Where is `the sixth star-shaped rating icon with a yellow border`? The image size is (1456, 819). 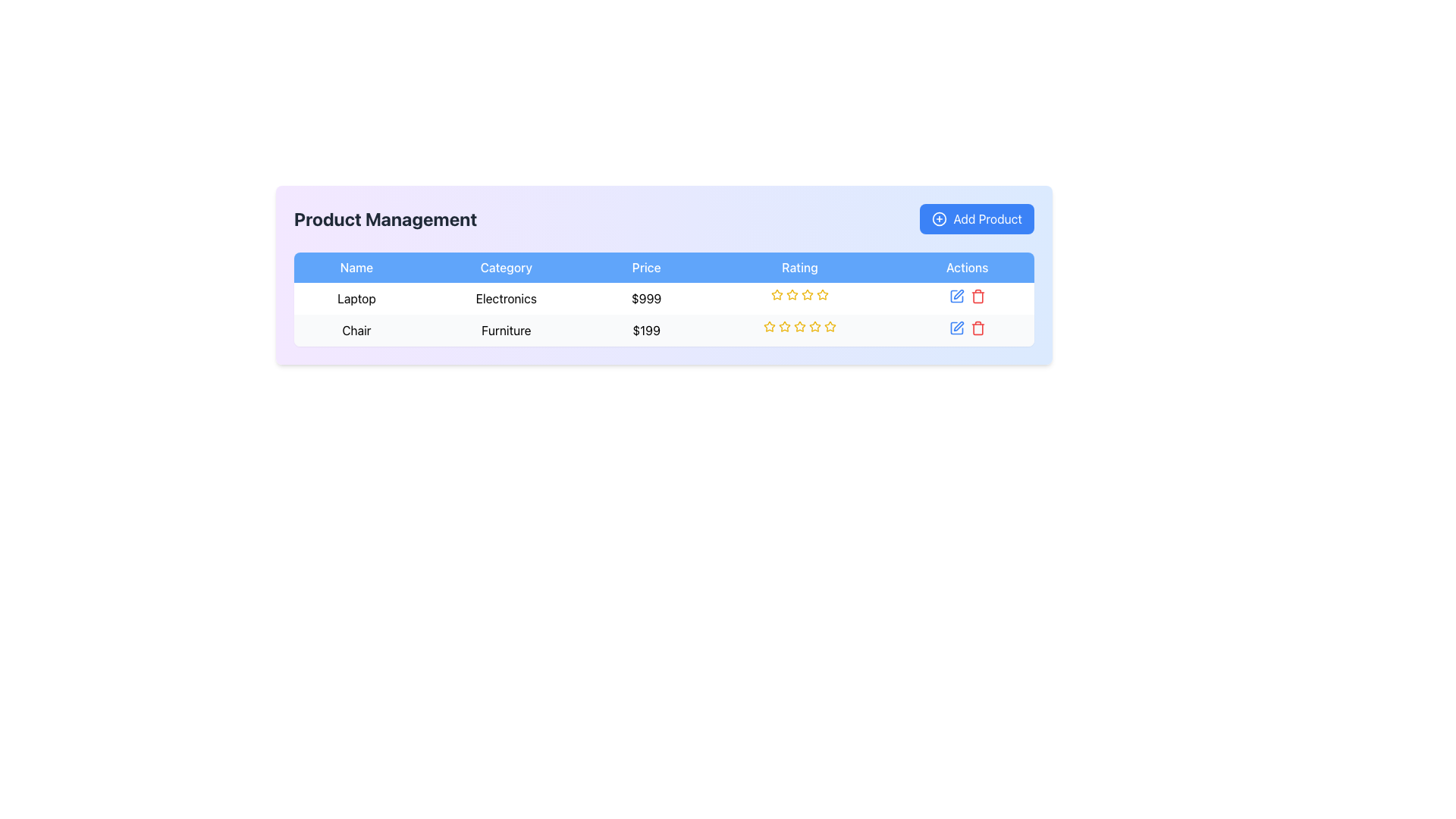
the sixth star-shaped rating icon with a yellow border is located at coordinates (821, 295).